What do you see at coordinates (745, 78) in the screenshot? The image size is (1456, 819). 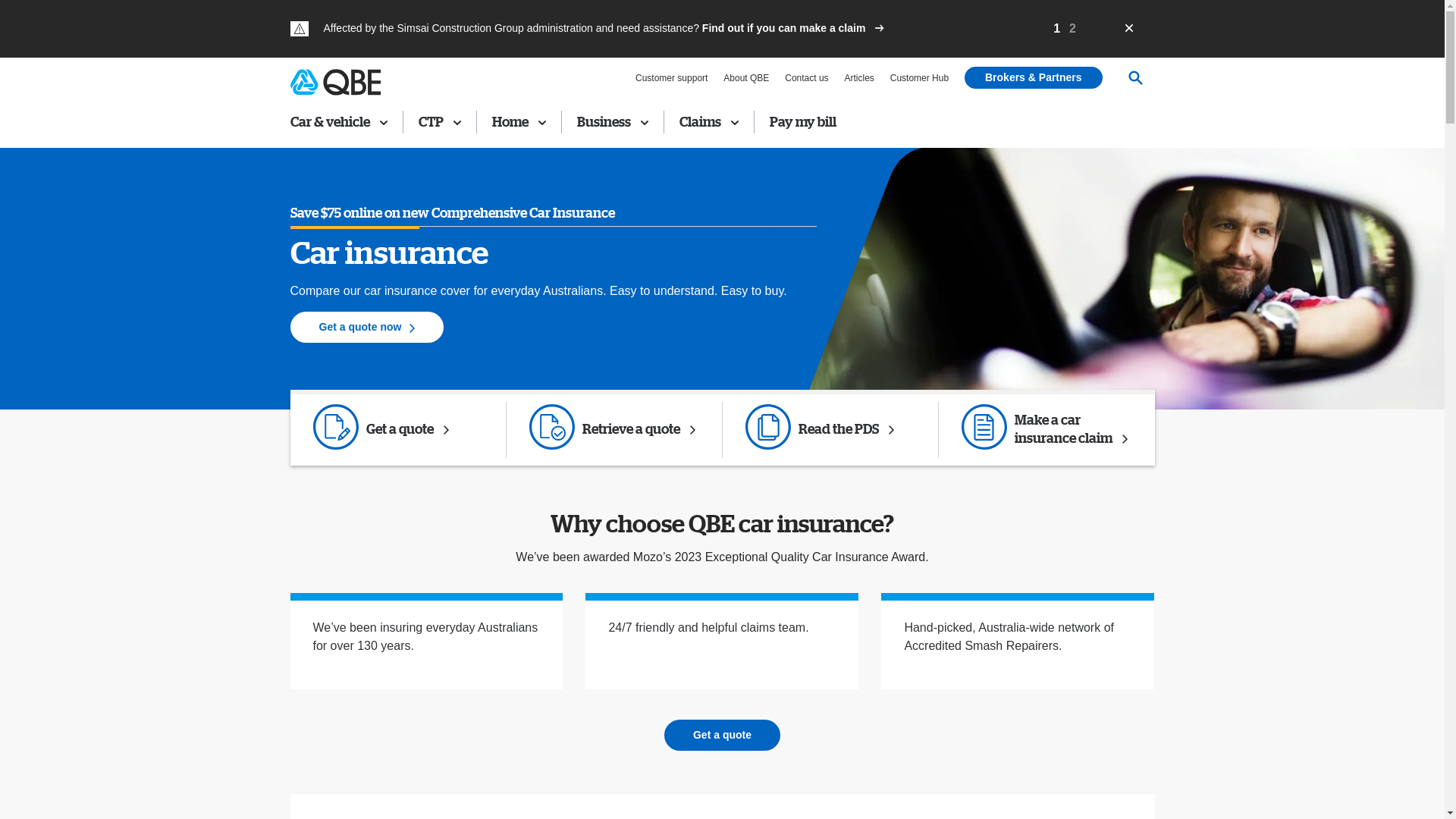 I see `'About QBE'` at bounding box center [745, 78].